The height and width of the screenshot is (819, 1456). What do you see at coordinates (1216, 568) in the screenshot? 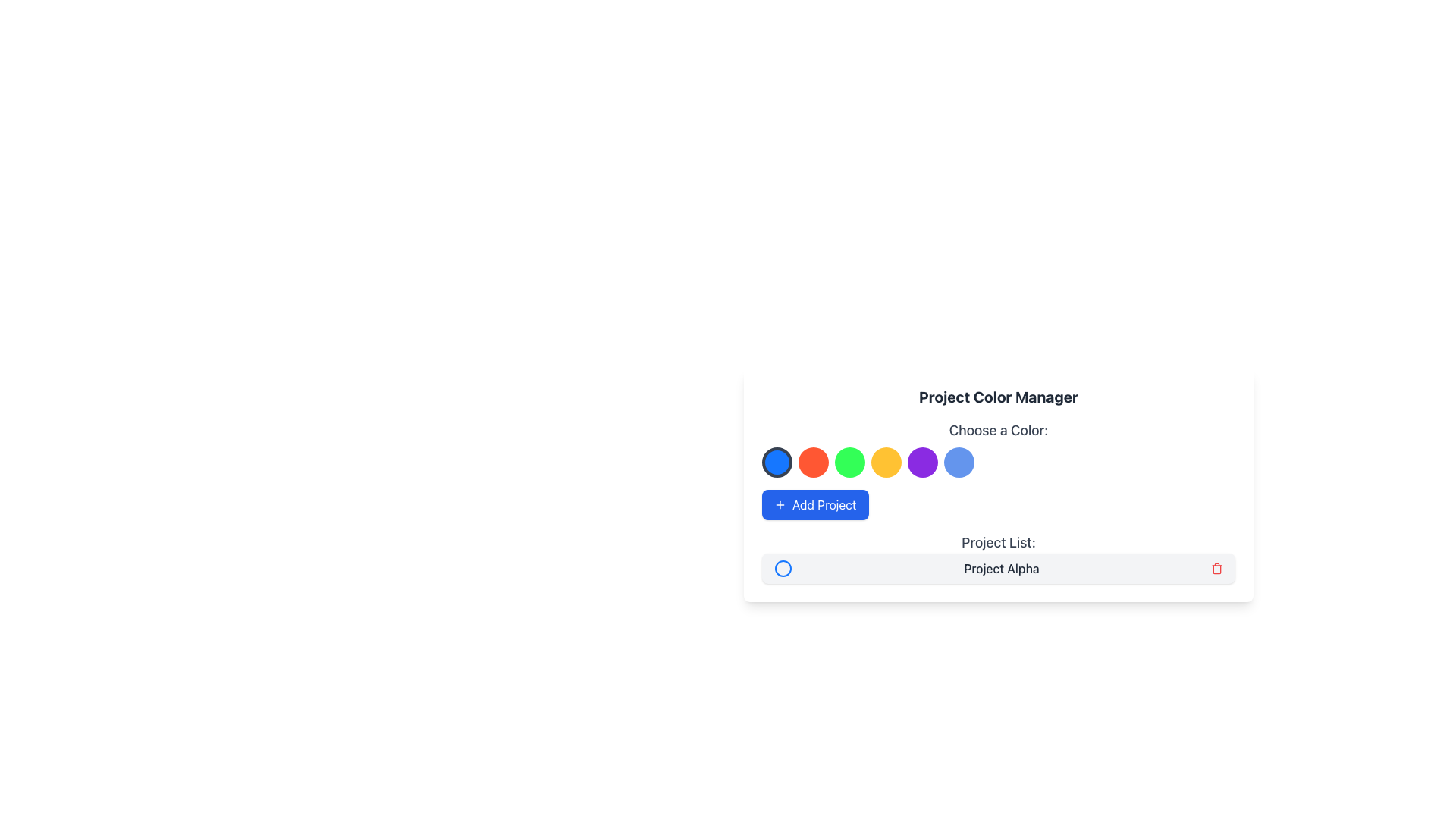
I see `the red trash can icon representing the delete function for 'Project Alpha'` at bounding box center [1216, 568].